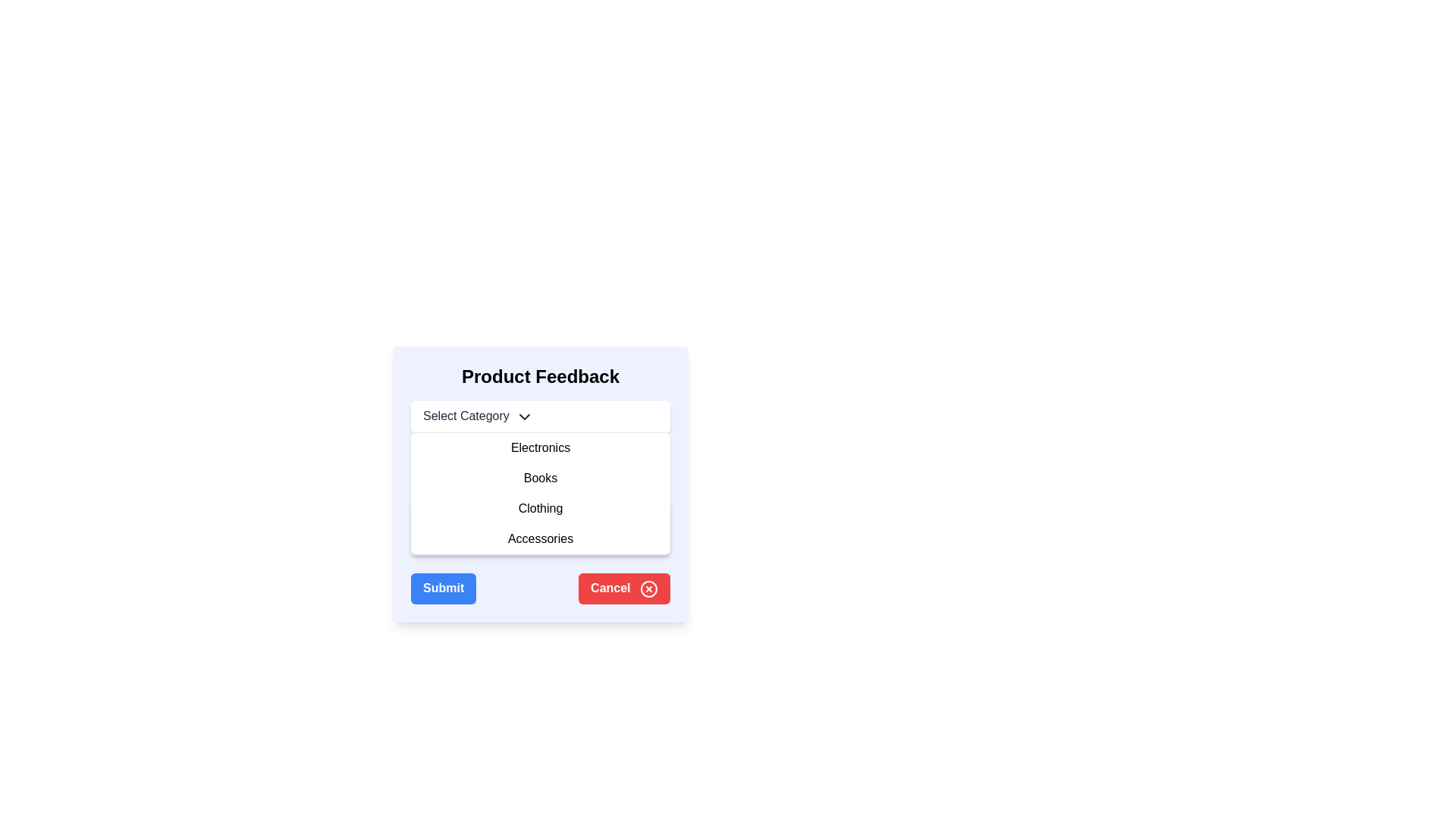 The width and height of the screenshot is (1456, 819). Describe the element at coordinates (541, 537) in the screenshot. I see `the fourth item in the dropdown menu labeled 'Accessories' to change its background color` at that location.